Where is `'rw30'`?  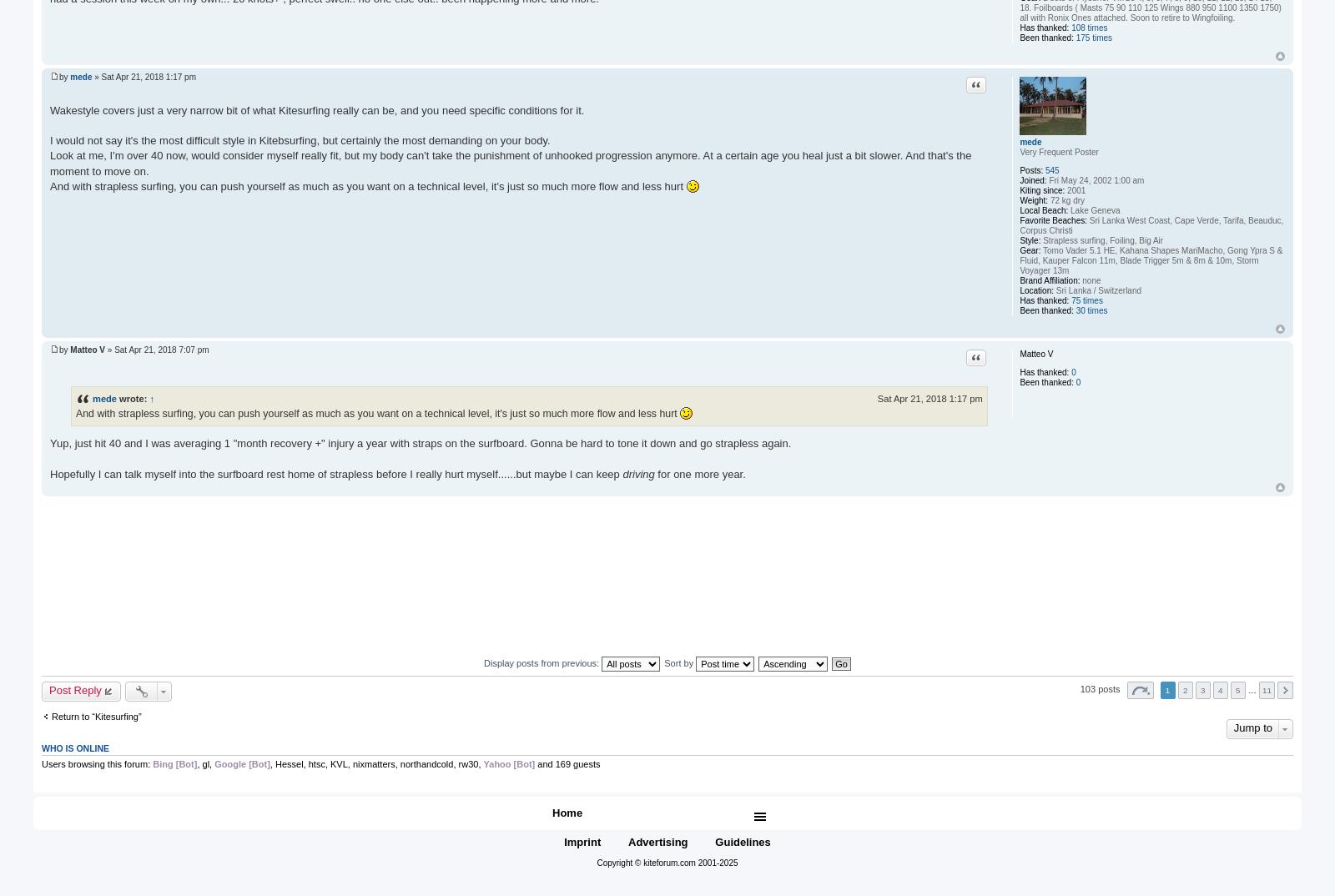 'rw30' is located at coordinates (466, 764).